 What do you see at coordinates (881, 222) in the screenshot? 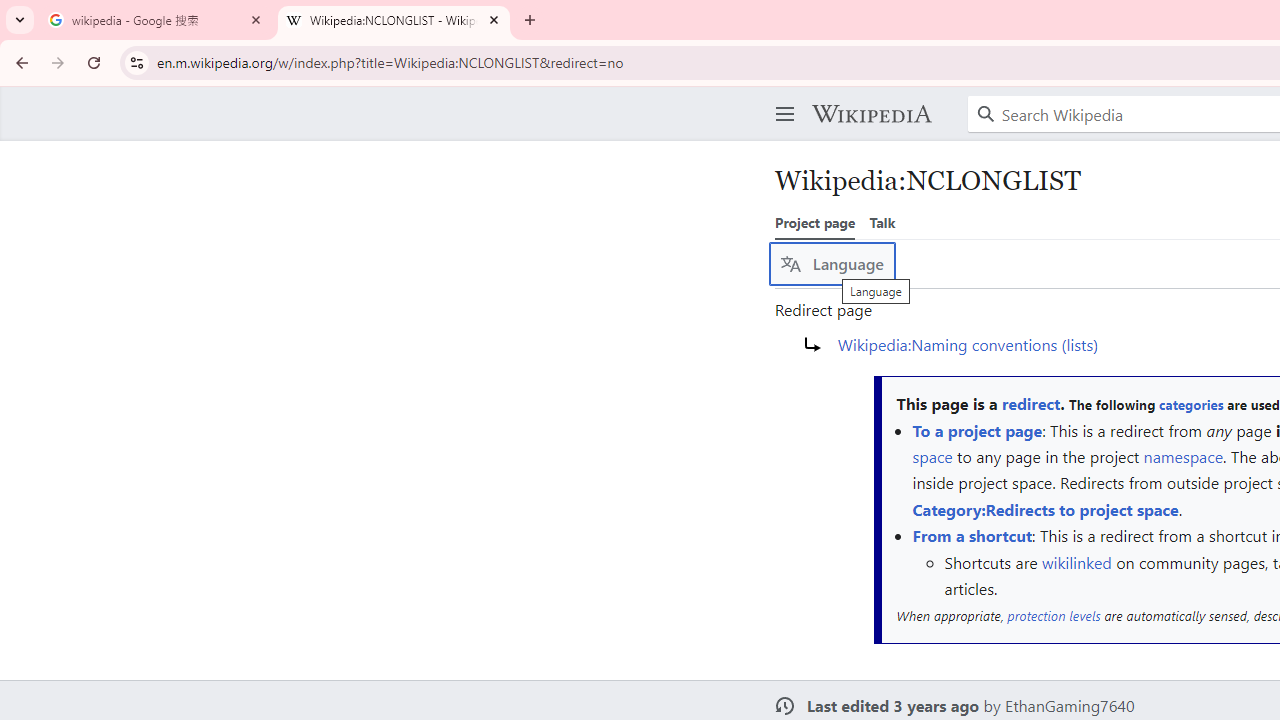
I see `'Talk'` at bounding box center [881, 222].